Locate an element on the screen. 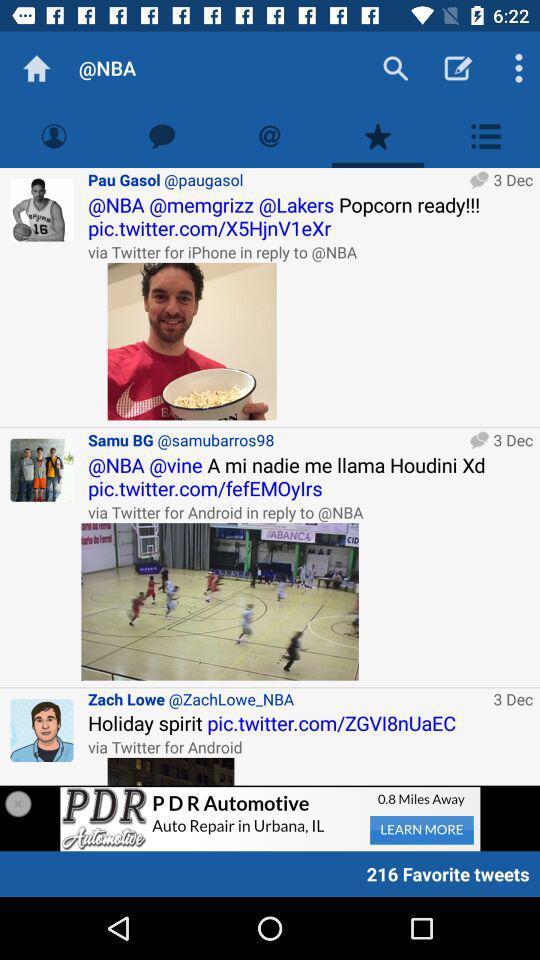 The height and width of the screenshot is (960, 540). profile is located at coordinates (42, 729).